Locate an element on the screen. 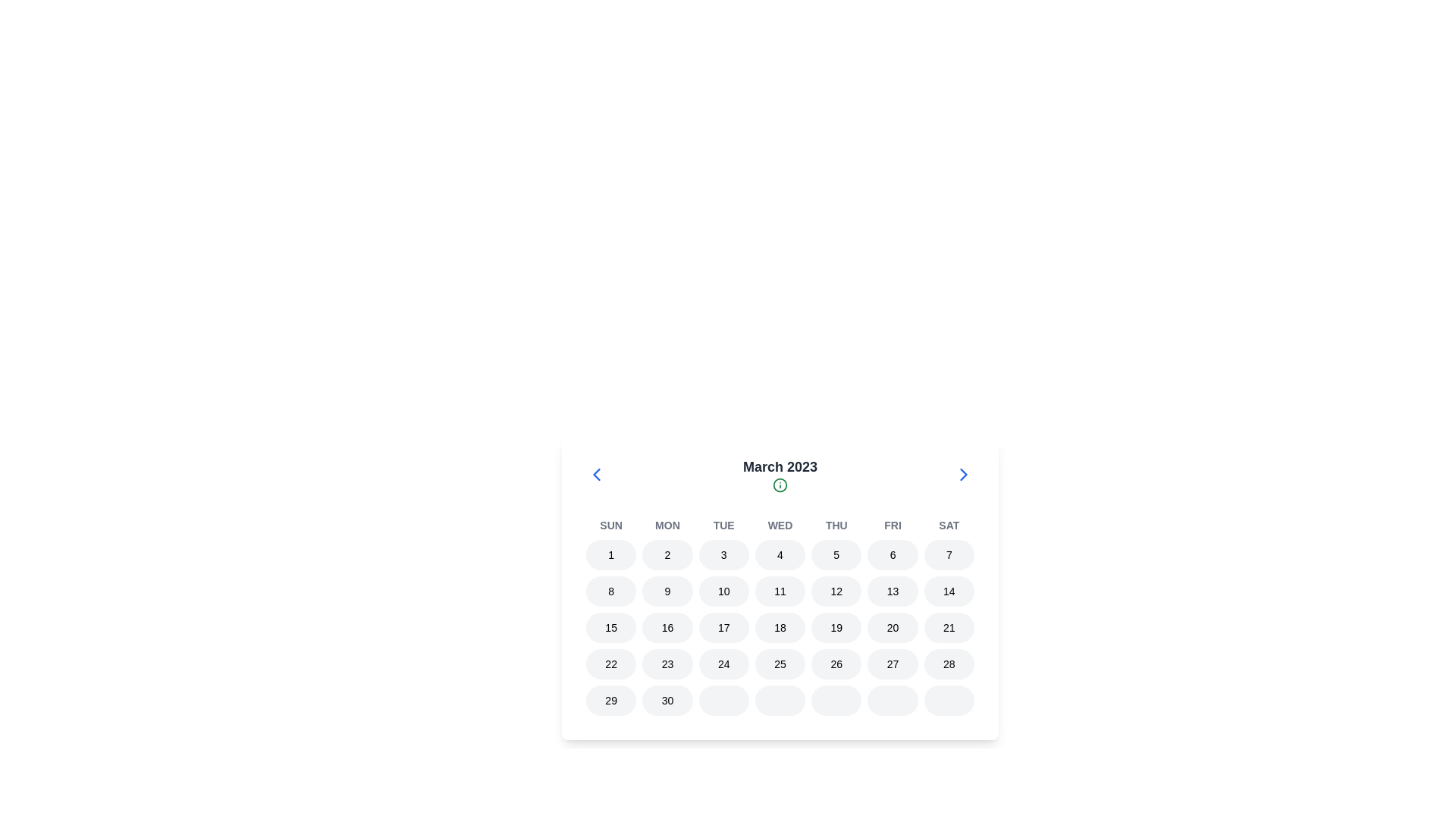  the button displaying the number '18', which is a rounded rectangle with a light gray background, located in the fourth column of a calendar row is located at coordinates (780, 628).